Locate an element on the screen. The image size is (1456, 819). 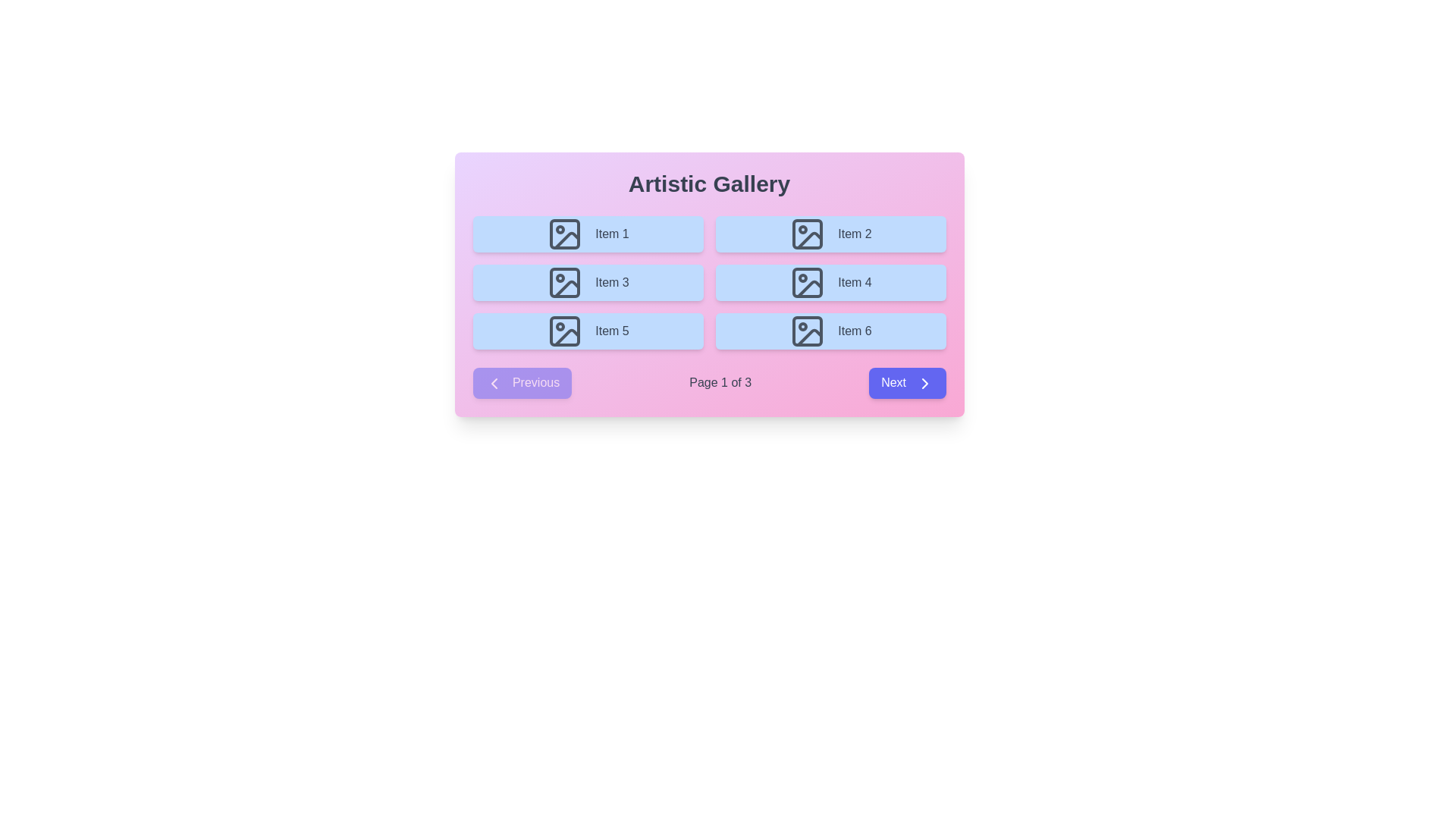
the grid item labeled 'Item 5' is located at coordinates (587, 330).